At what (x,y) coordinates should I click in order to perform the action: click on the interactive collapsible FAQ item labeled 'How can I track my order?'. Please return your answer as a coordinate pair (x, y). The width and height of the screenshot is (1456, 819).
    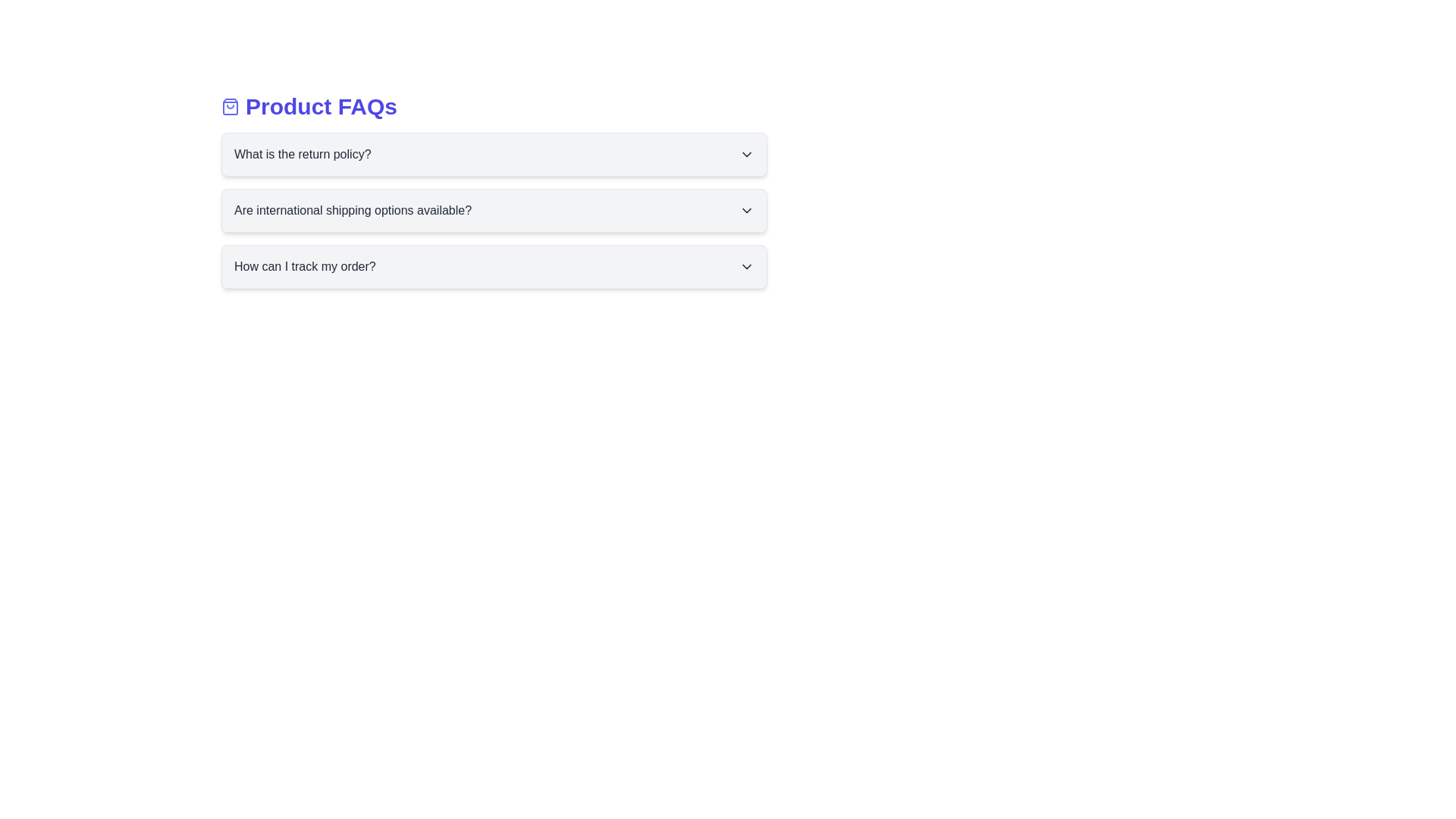
    Looking at the image, I should click on (494, 265).